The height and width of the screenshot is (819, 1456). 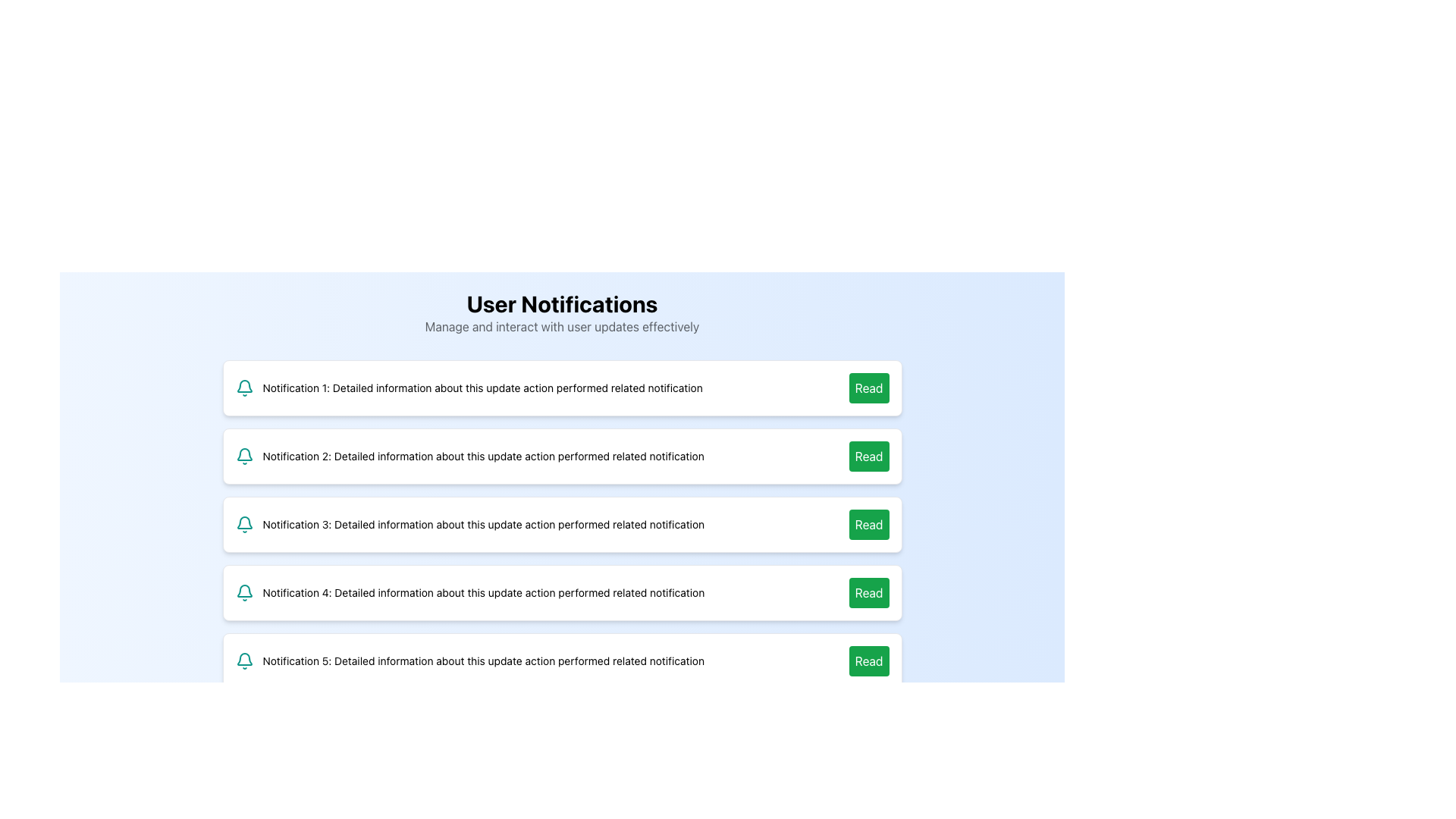 I want to click on the text element displaying the notification message 'Notification 4: Detailed information about this update action performed related notification', which is part of a notification row between a bell icon and a 'Read' button, so click(x=469, y=592).